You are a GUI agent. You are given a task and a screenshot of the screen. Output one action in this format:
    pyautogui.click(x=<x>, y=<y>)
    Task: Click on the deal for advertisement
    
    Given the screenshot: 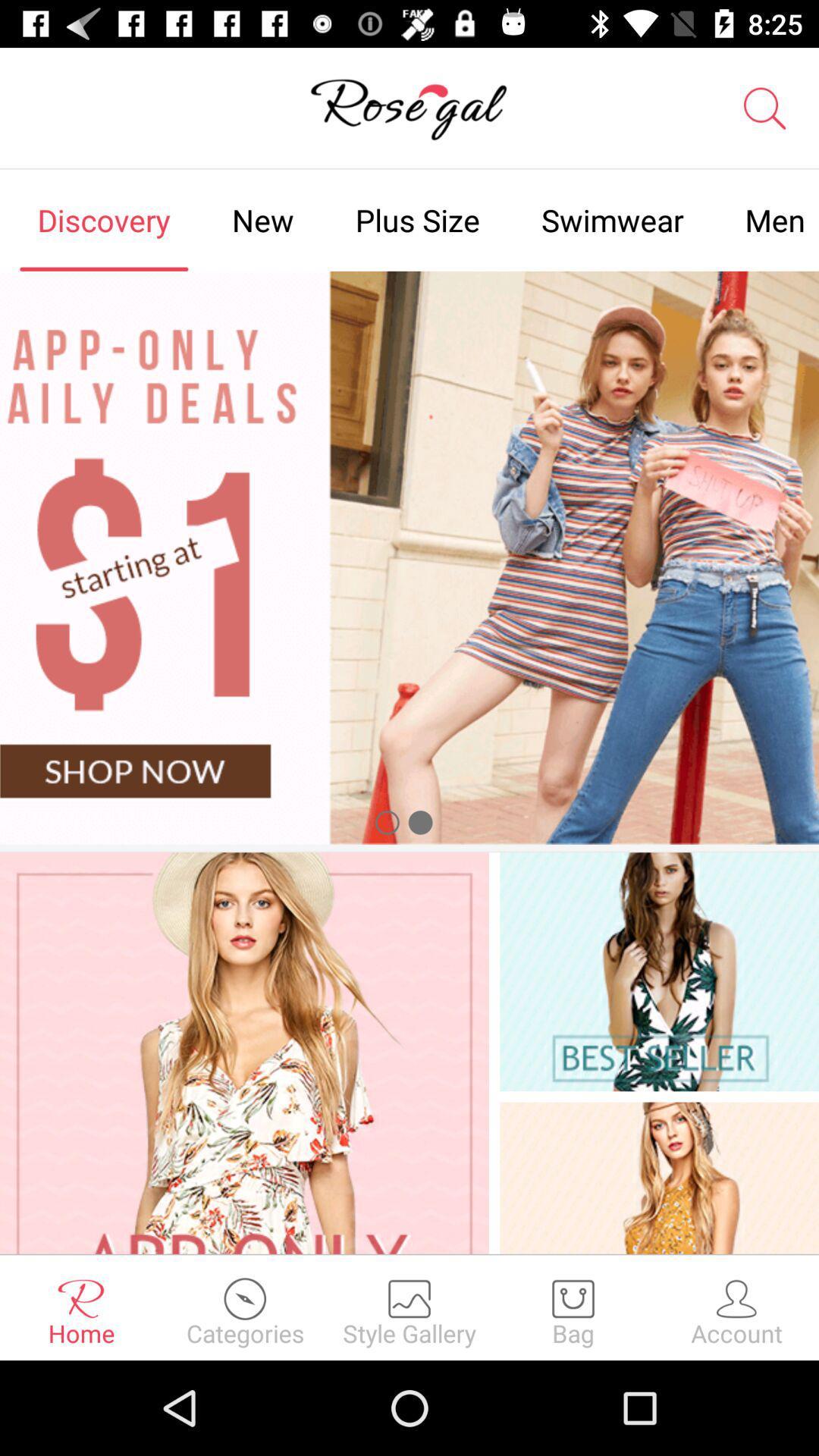 What is the action you would take?
    pyautogui.click(x=409, y=557)
    